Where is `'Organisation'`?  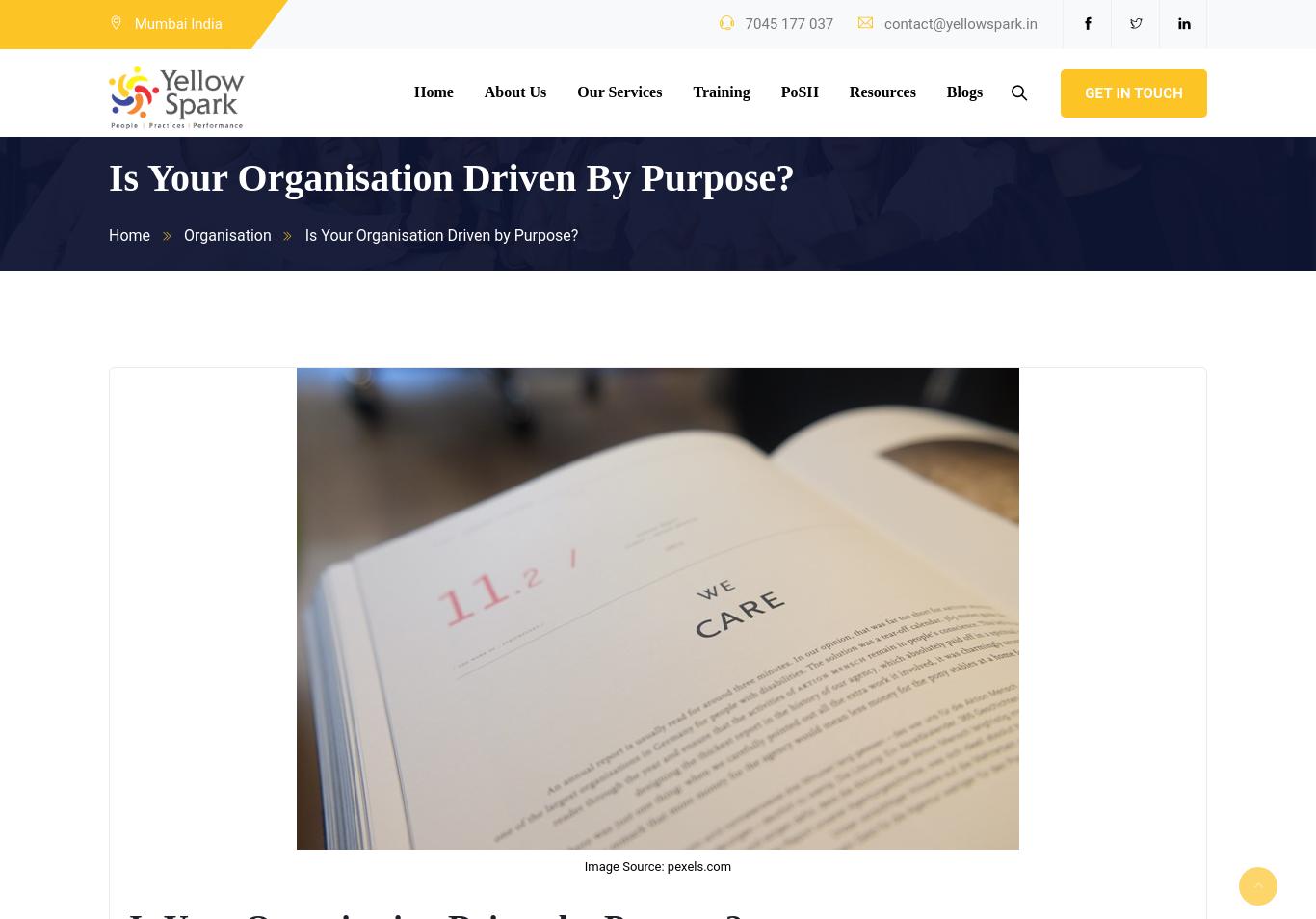
'Organisation' is located at coordinates (227, 235).